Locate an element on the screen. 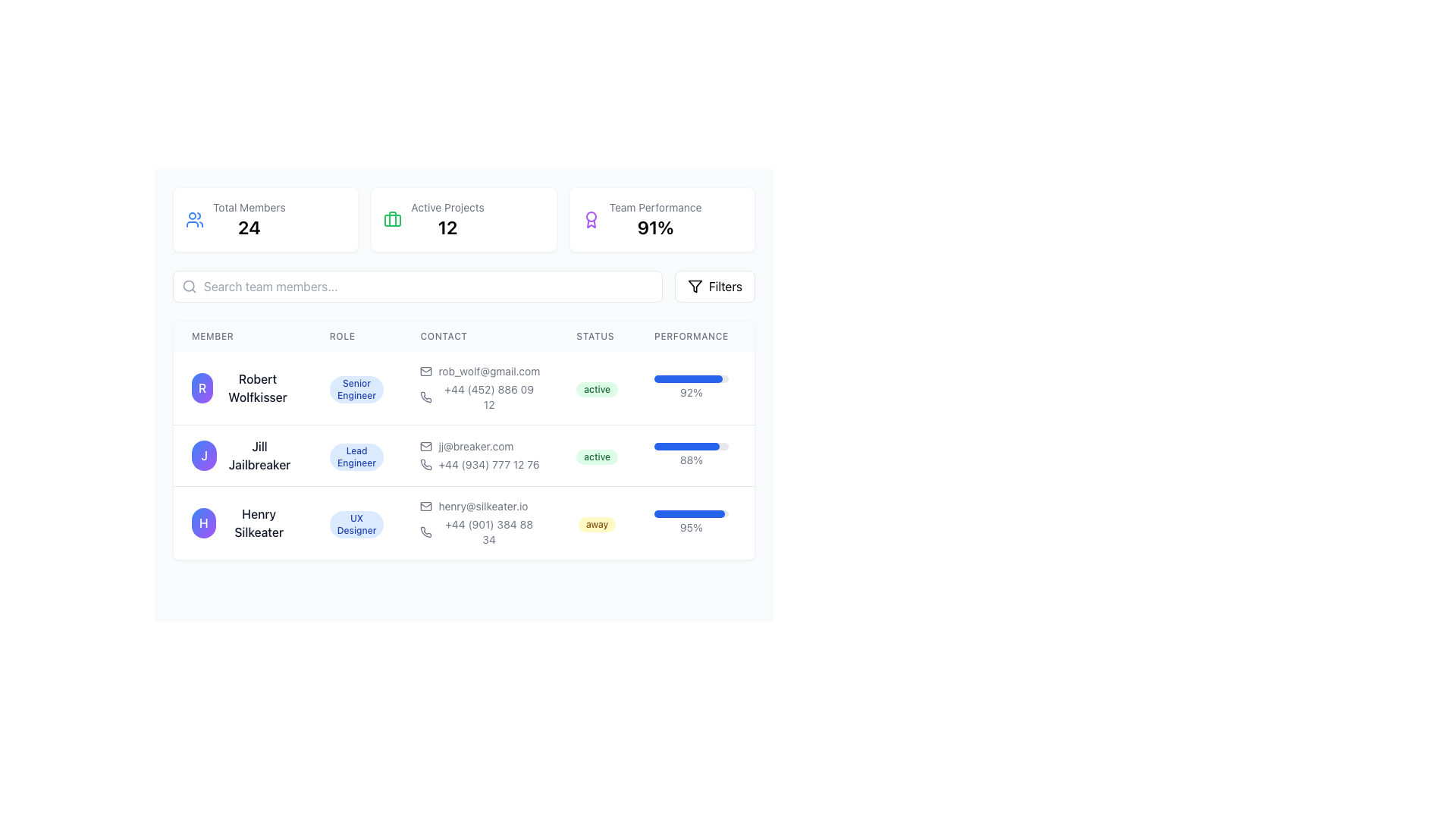 This screenshot has width=1456, height=819. the phone icon located in the Contact details section for Jill Jailbreaker, which is in the second row of the table between the ROLE and STATUS columns is located at coordinates (500, 441).